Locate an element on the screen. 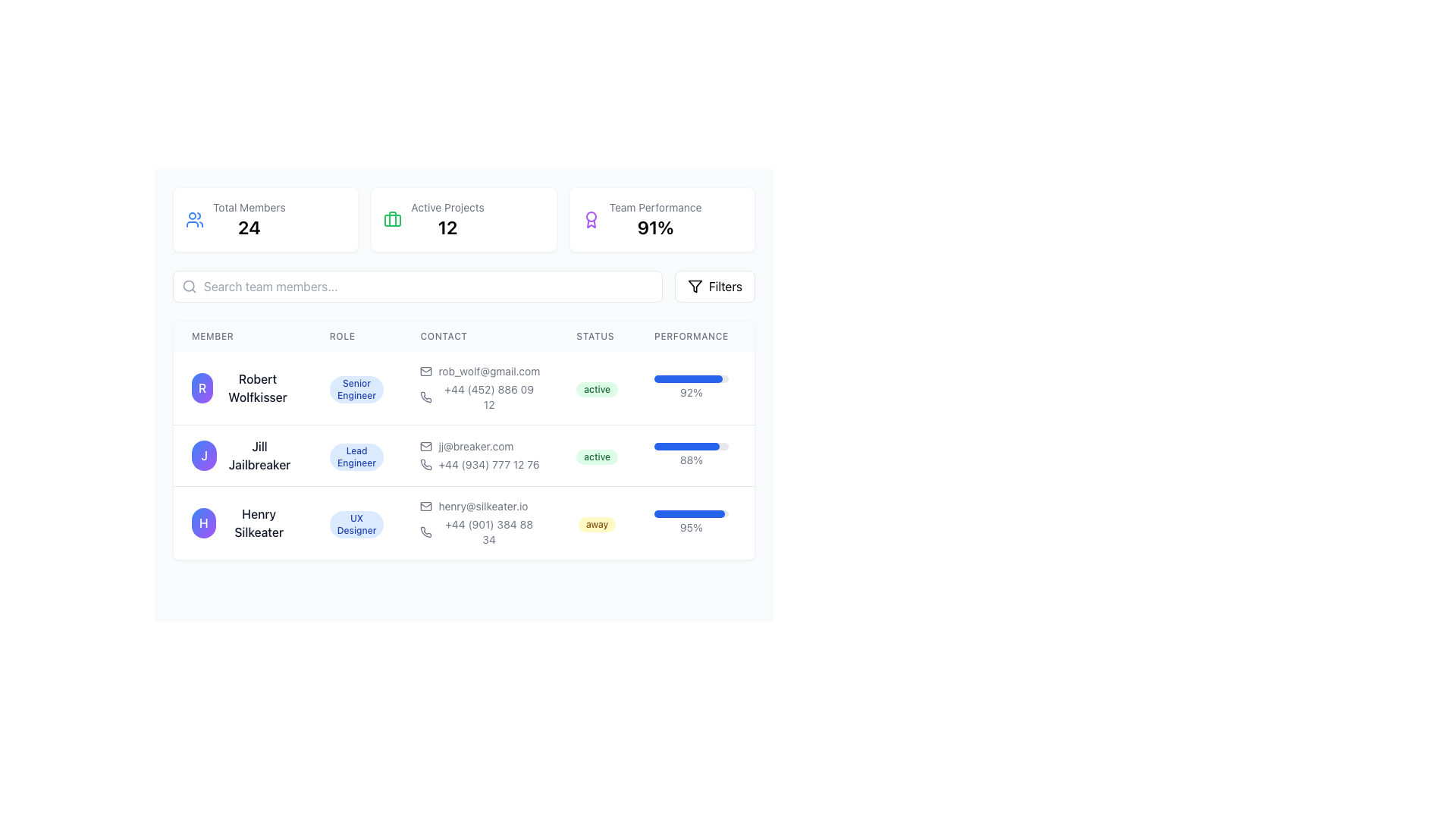 This screenshot has width=1456, height=819. the phone icon located in the Contact details section for Jill Jailbreaker, which is in the second row of the table between the ROLE and STATUS columns is located at coordinates (500, 441).